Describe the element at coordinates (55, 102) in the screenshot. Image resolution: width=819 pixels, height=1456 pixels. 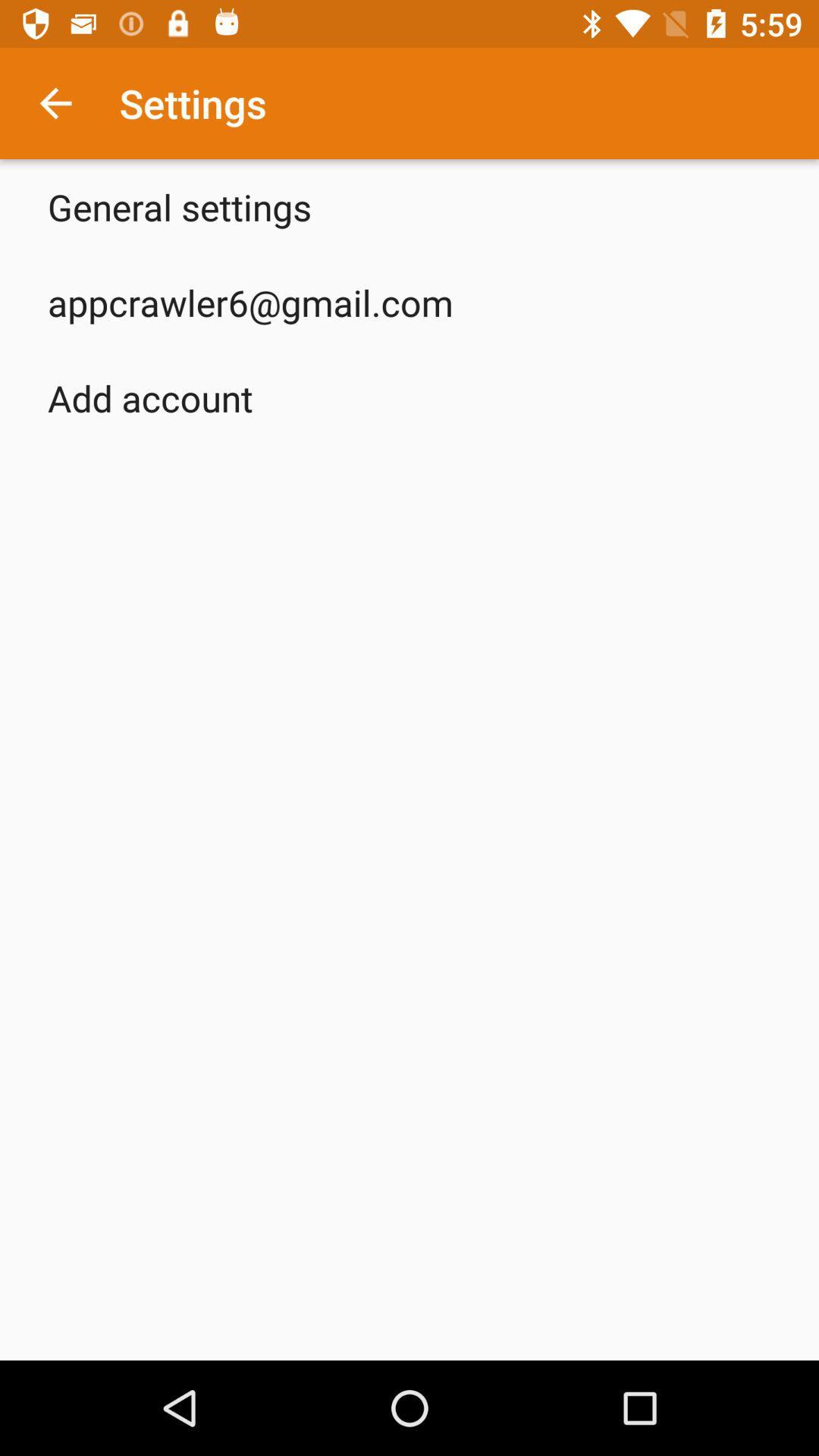
I see `the app above the general settings icon` at that location.